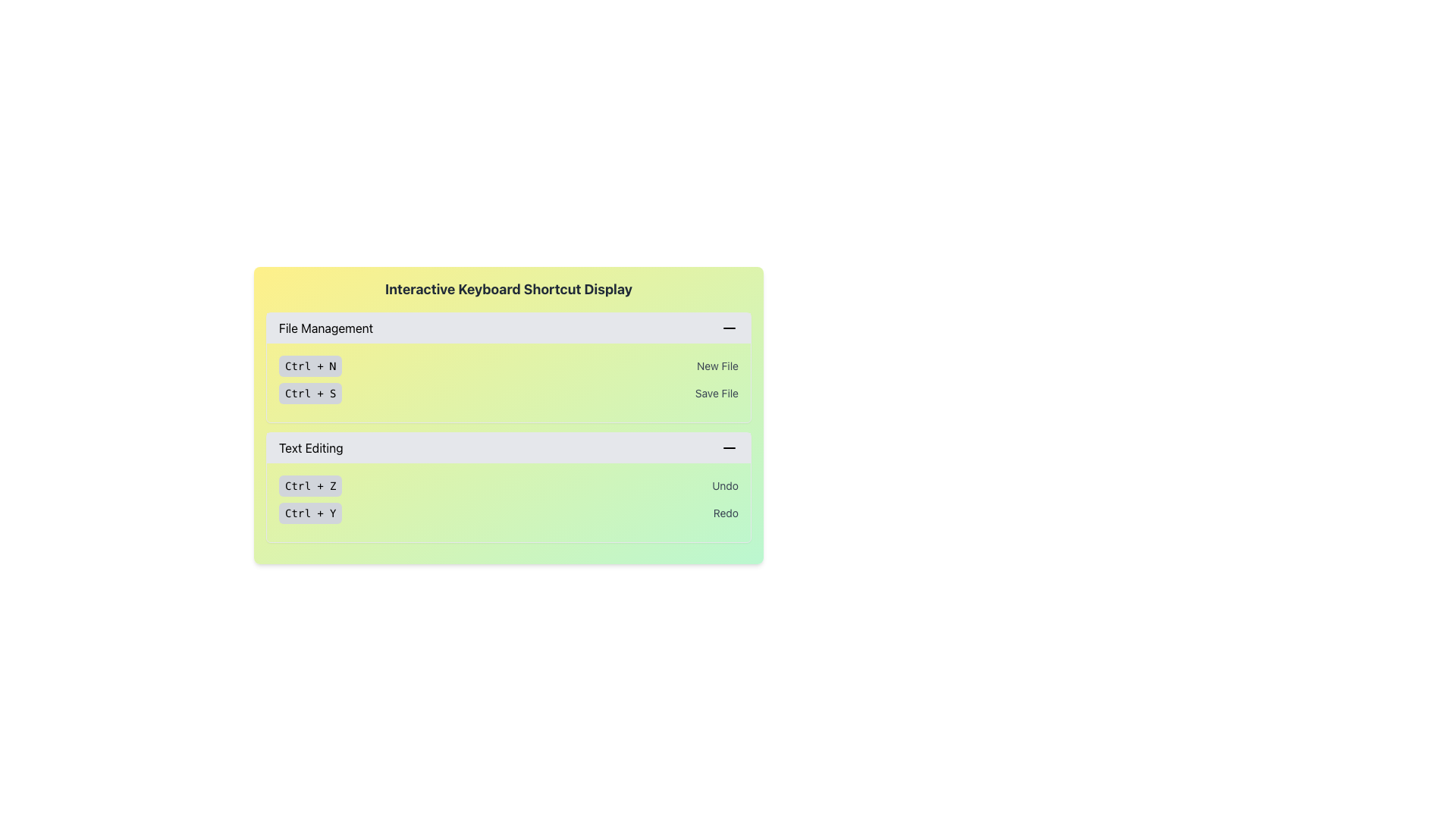 The width and height of the screenshot is (1456, 819). Describe the element at coordinates (729, 327) in the screenshot. I see `the action icon located at the upper-right corner of the 'File Management' section to minimize the section` at that location.